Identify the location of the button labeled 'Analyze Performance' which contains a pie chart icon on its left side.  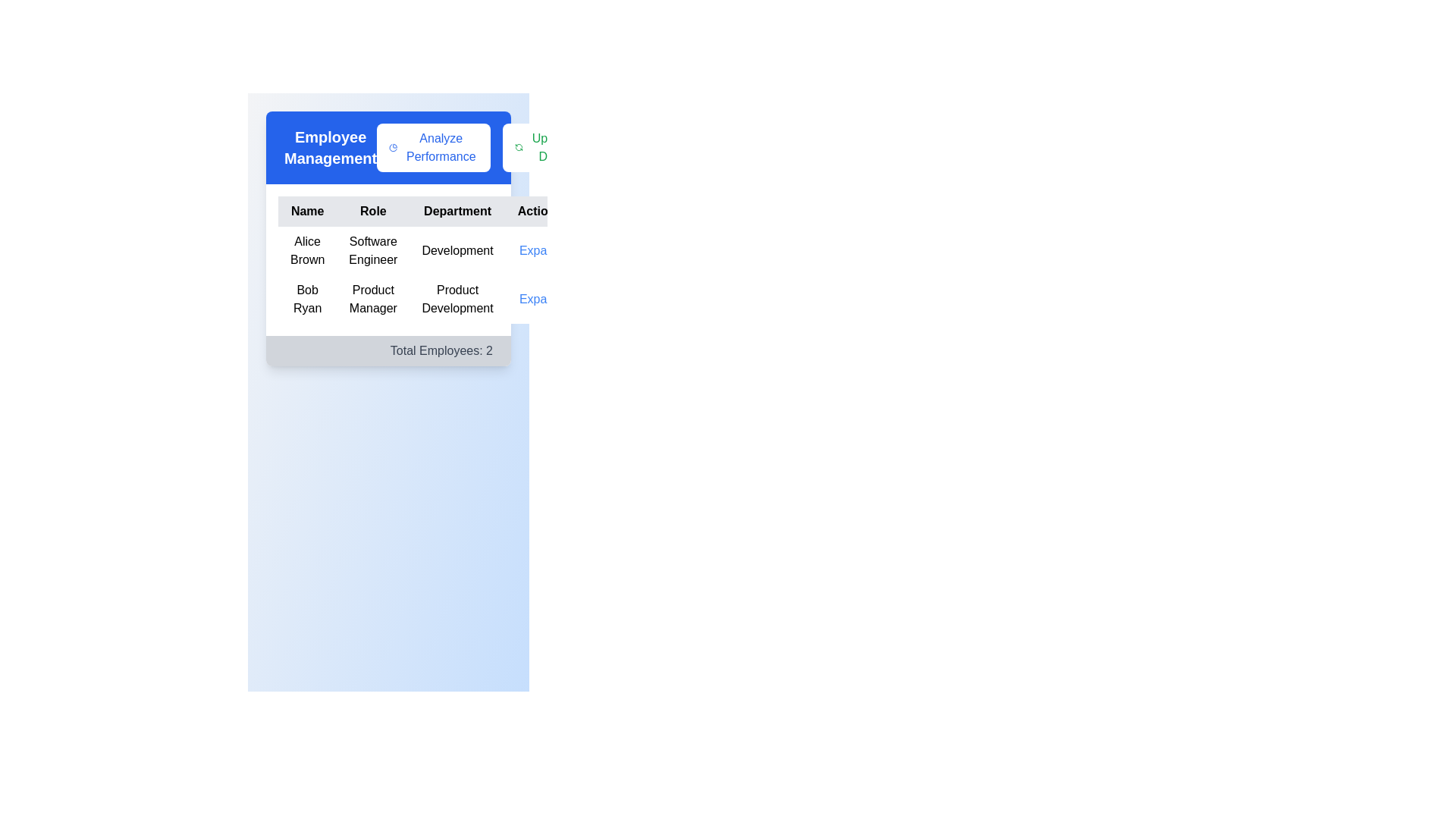
(393, 148).